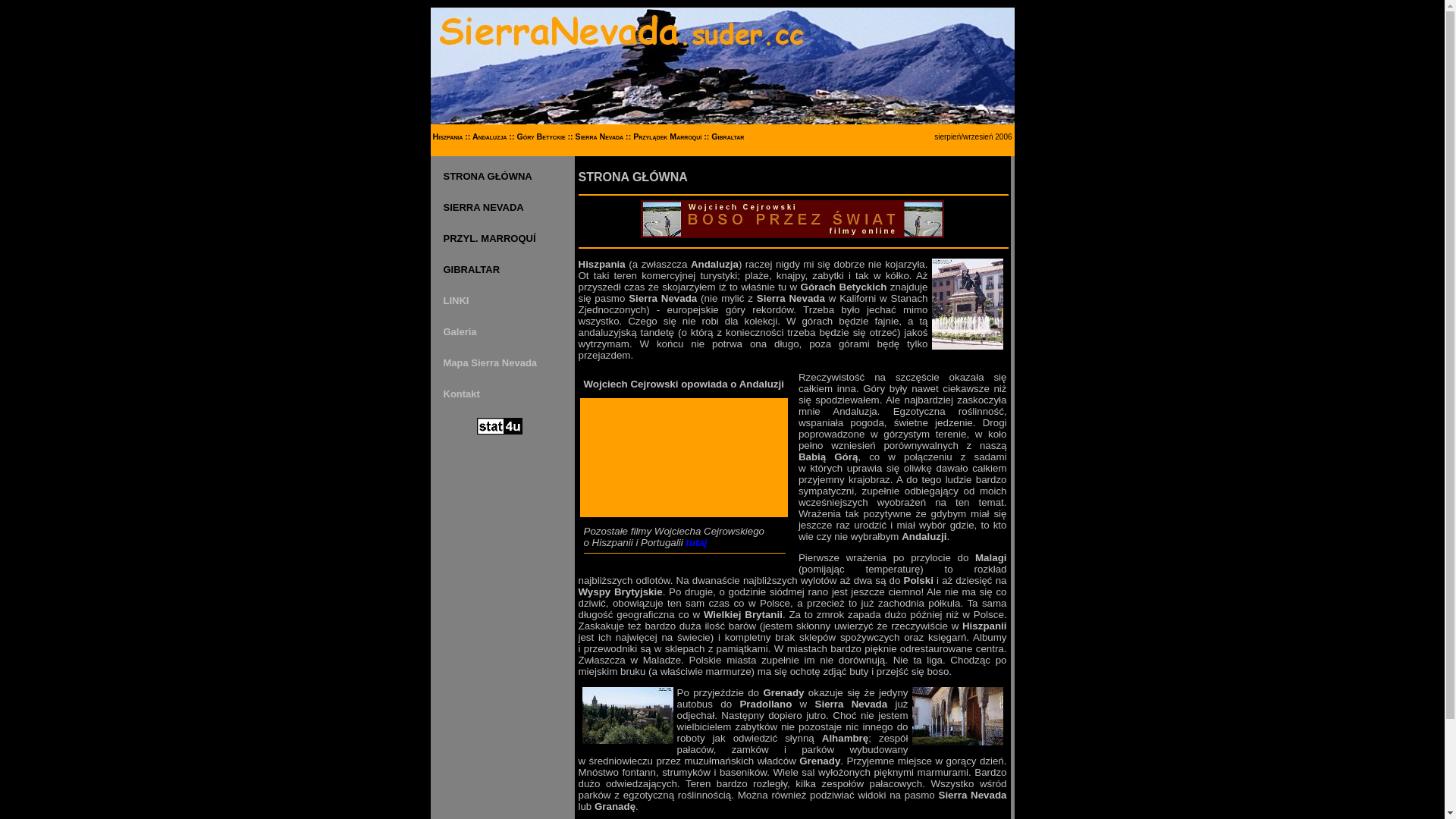 The width and height of the screenshot is (1456, 819). I want to click on 'SIERRA NEVADA', so click(482, 207).